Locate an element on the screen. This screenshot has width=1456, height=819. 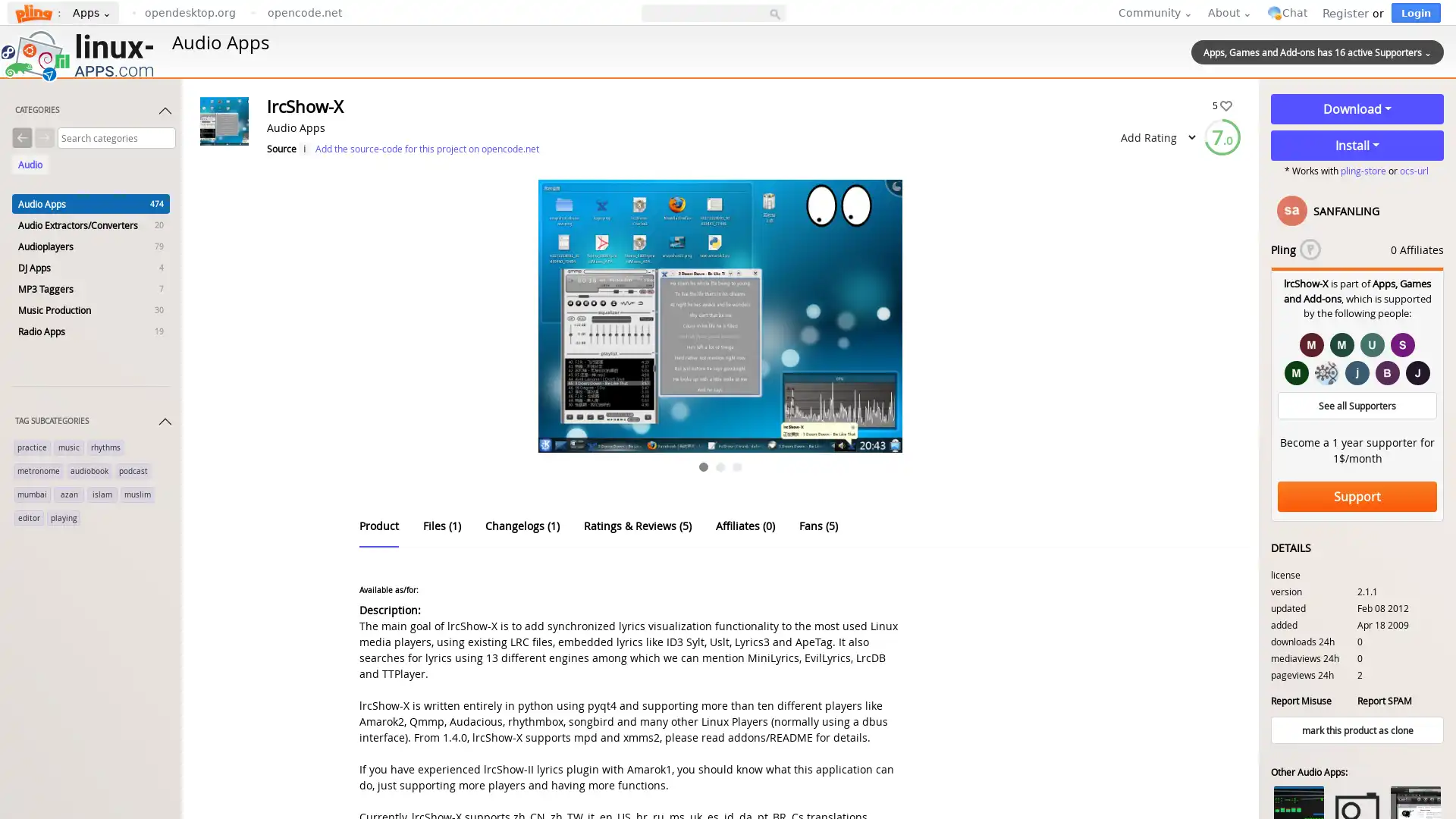
Go to slide 2 is located at coordinates (720, 466).